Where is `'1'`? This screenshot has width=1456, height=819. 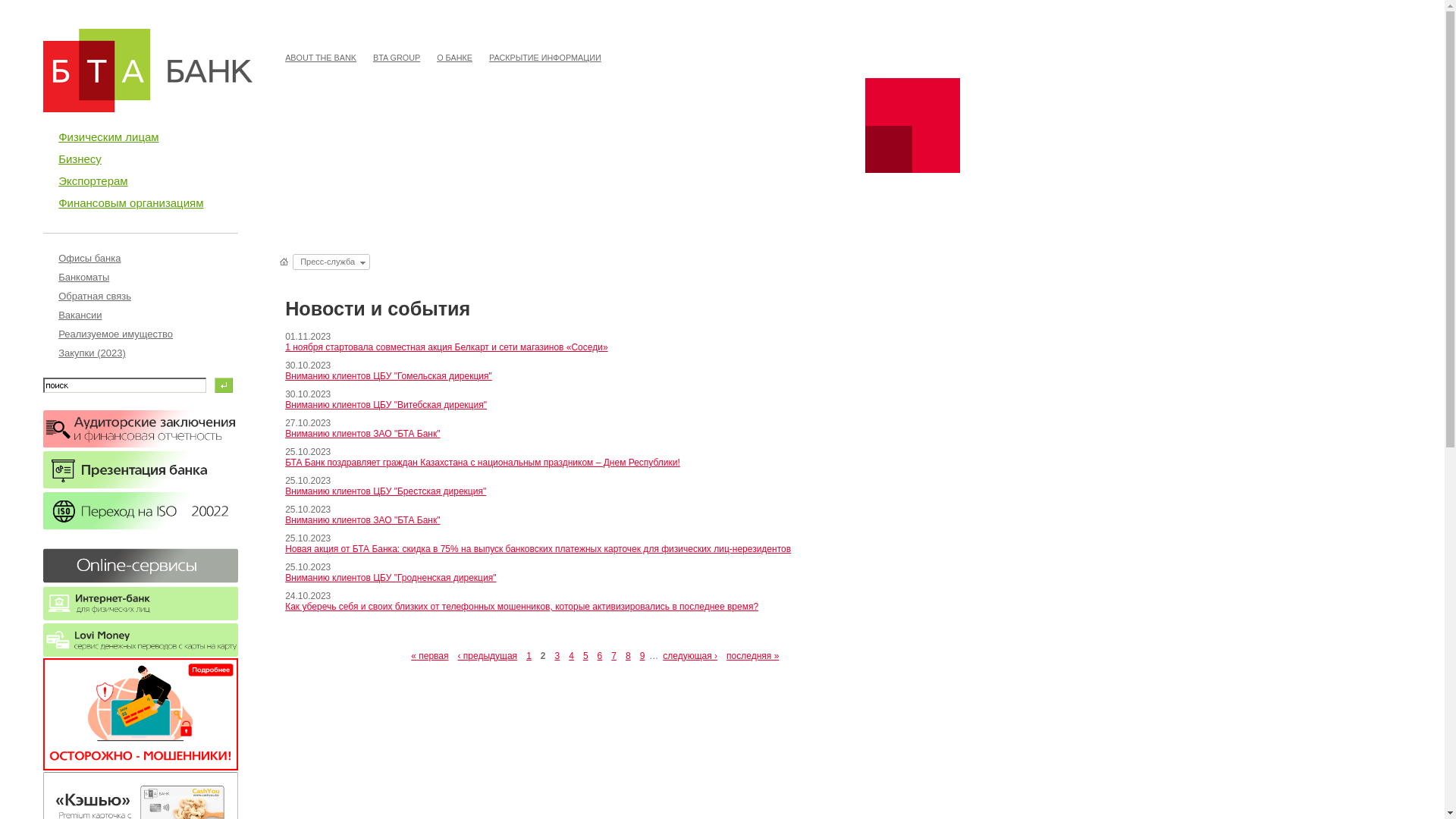 '1' is located at coordinates (521, 654).